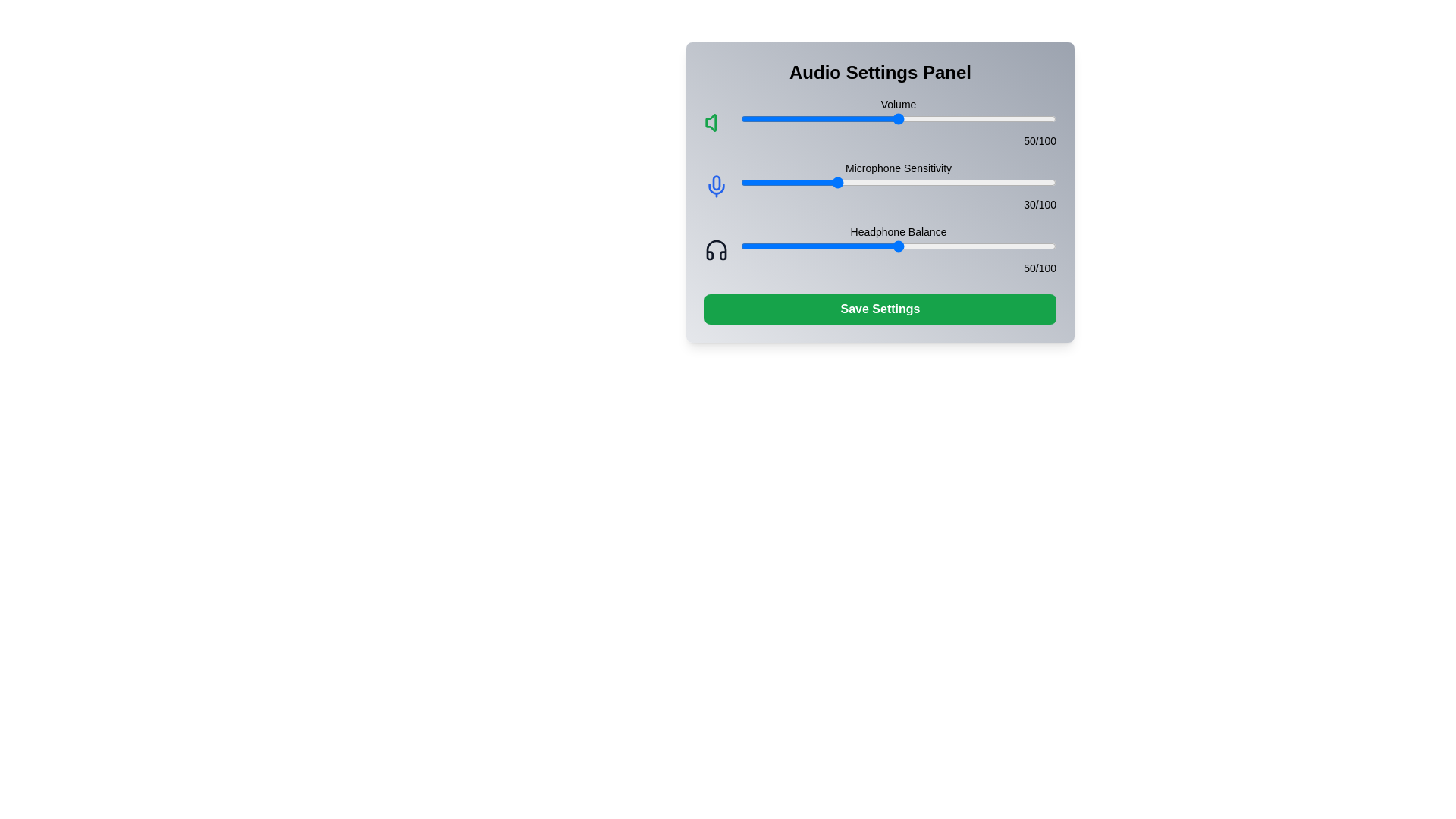 This screenshot has height=819, width=1456. Describe the element at coordinates (873, 181) in the screenshot. I see `microphone sensitivity` at that location.